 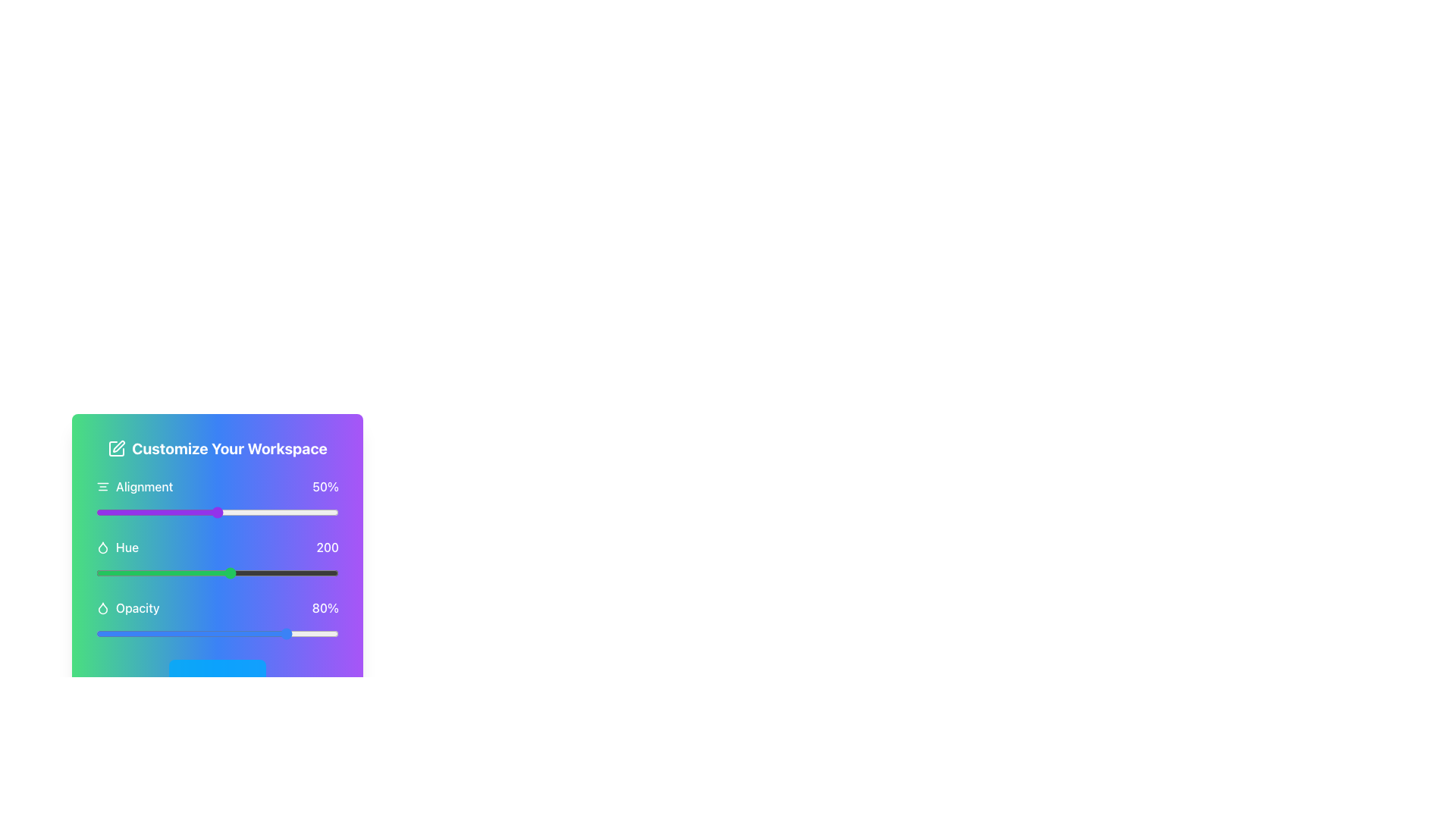 What do you see at coordinates (217, 620) in the screenshot?
I see `the opacity slider to set a specific value, which is the third slider in a vertical arrangement, visually aligned with the 'Opacity' label and '80%' value` at bounding box center [217, 620].